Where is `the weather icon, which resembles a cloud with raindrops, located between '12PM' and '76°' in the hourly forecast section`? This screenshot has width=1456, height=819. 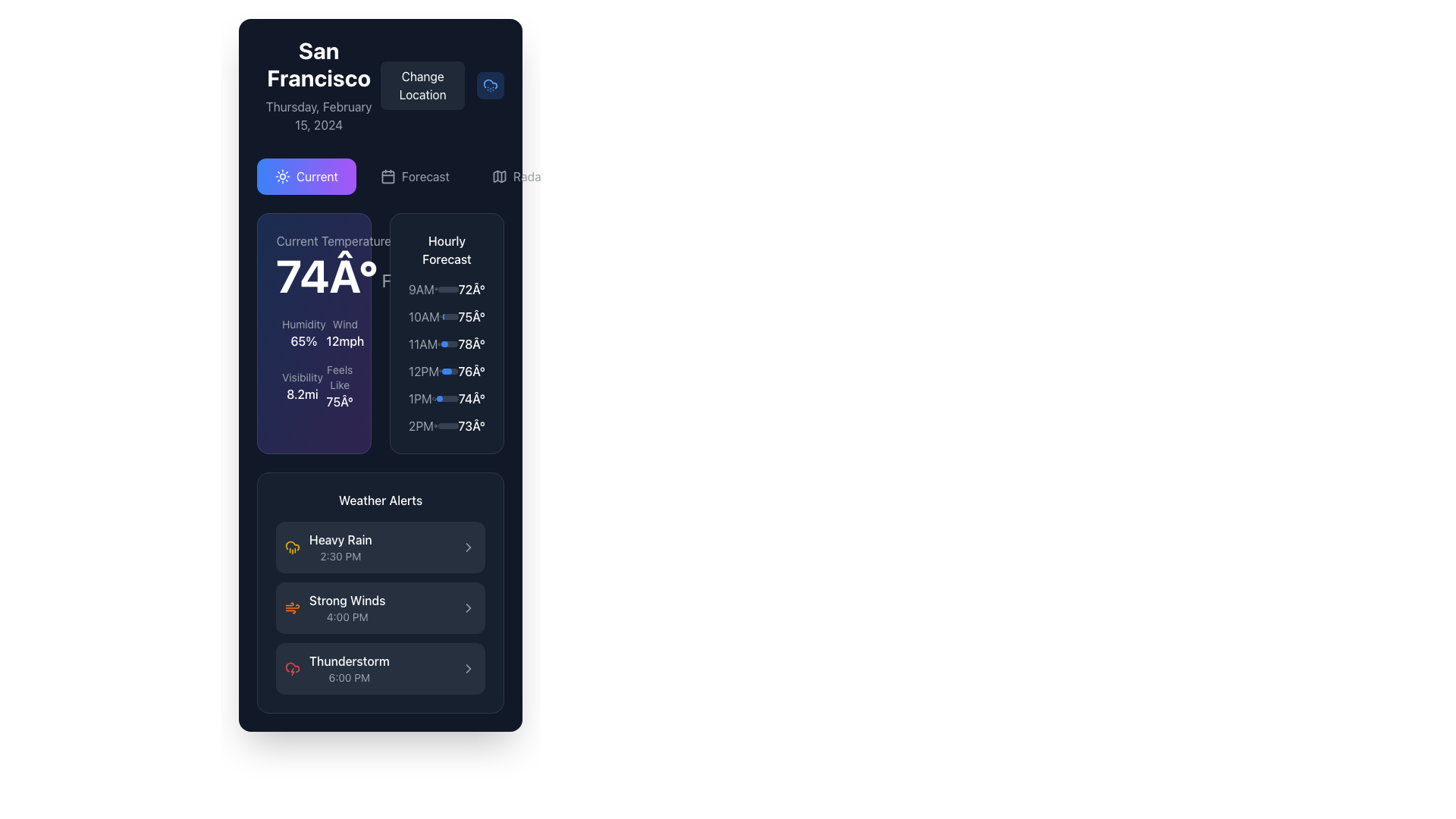 the weather icon, which resembles a cloud with raindrops, located between '12PM' and '76°' in the hourly forecast section is located at coordinates (440, 371).